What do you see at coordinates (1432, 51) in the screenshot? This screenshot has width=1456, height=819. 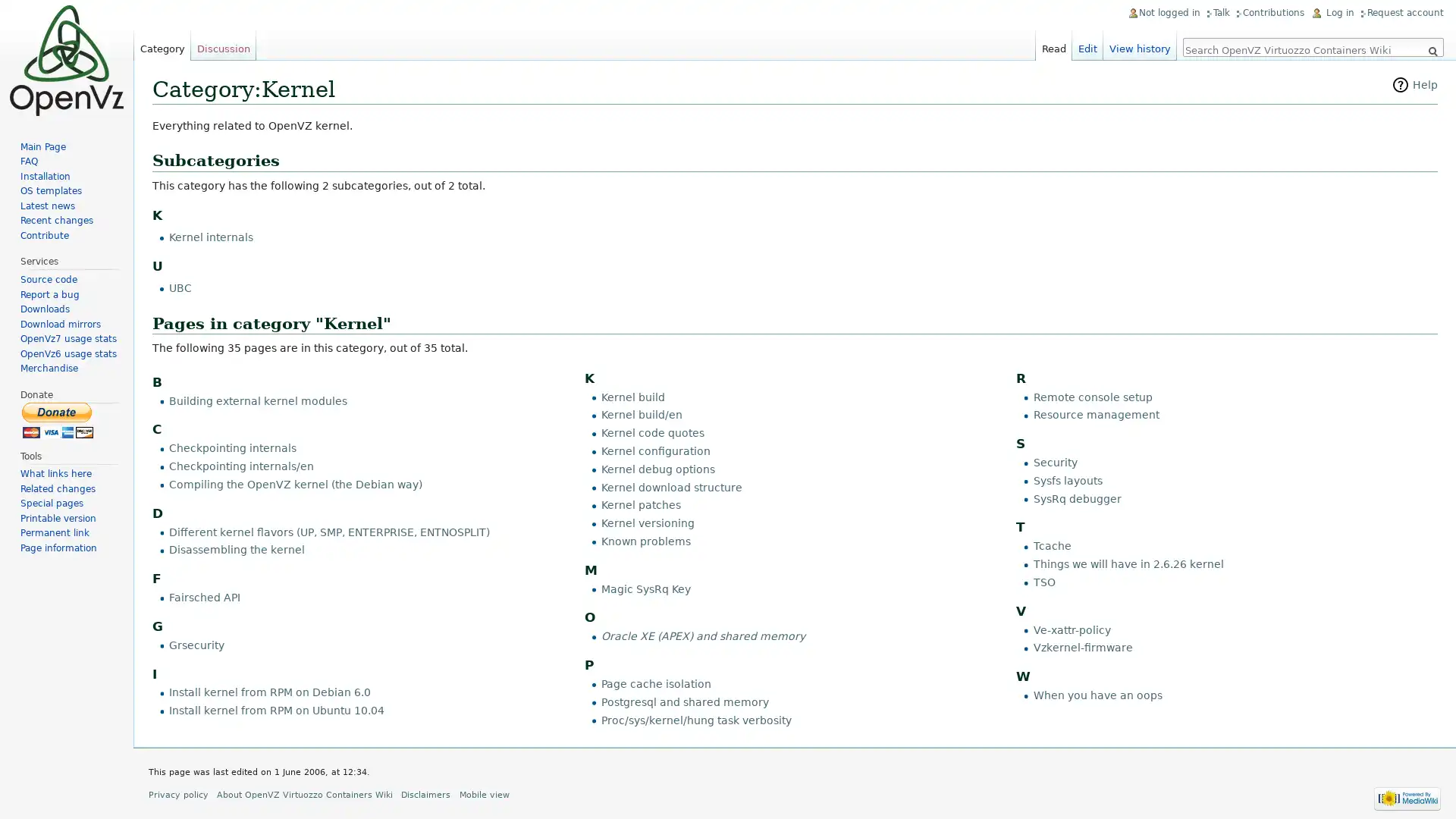 I see `Go` at bounding box center [1432, 51].